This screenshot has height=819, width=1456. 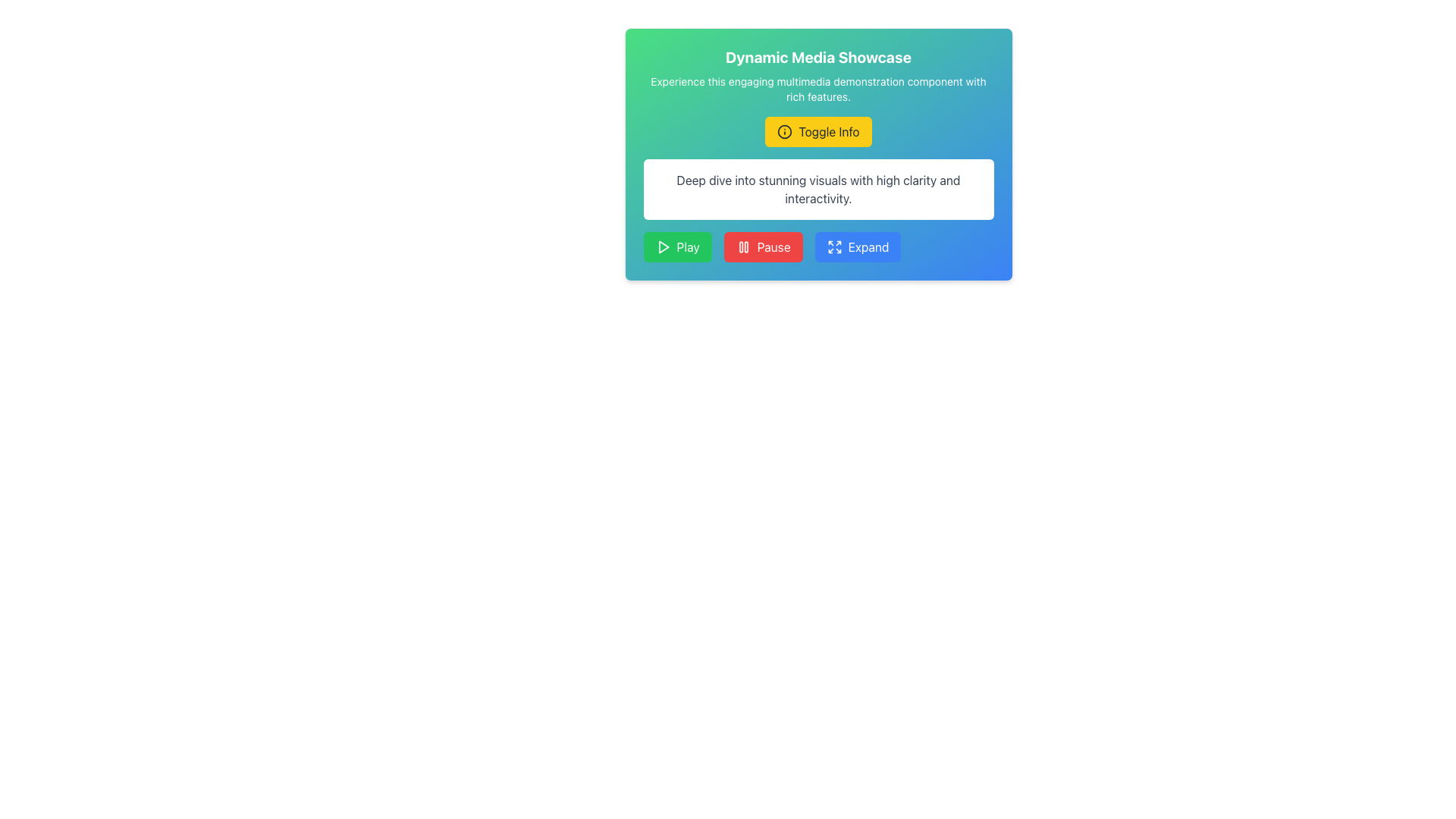 What do you see at coordinates (676, 246) in the screenshot?
I see `the 'Play' button, which is the first button among three horizontally aligned buttons for media control, located to the far left of the button group` at bounding box center [676, 246].